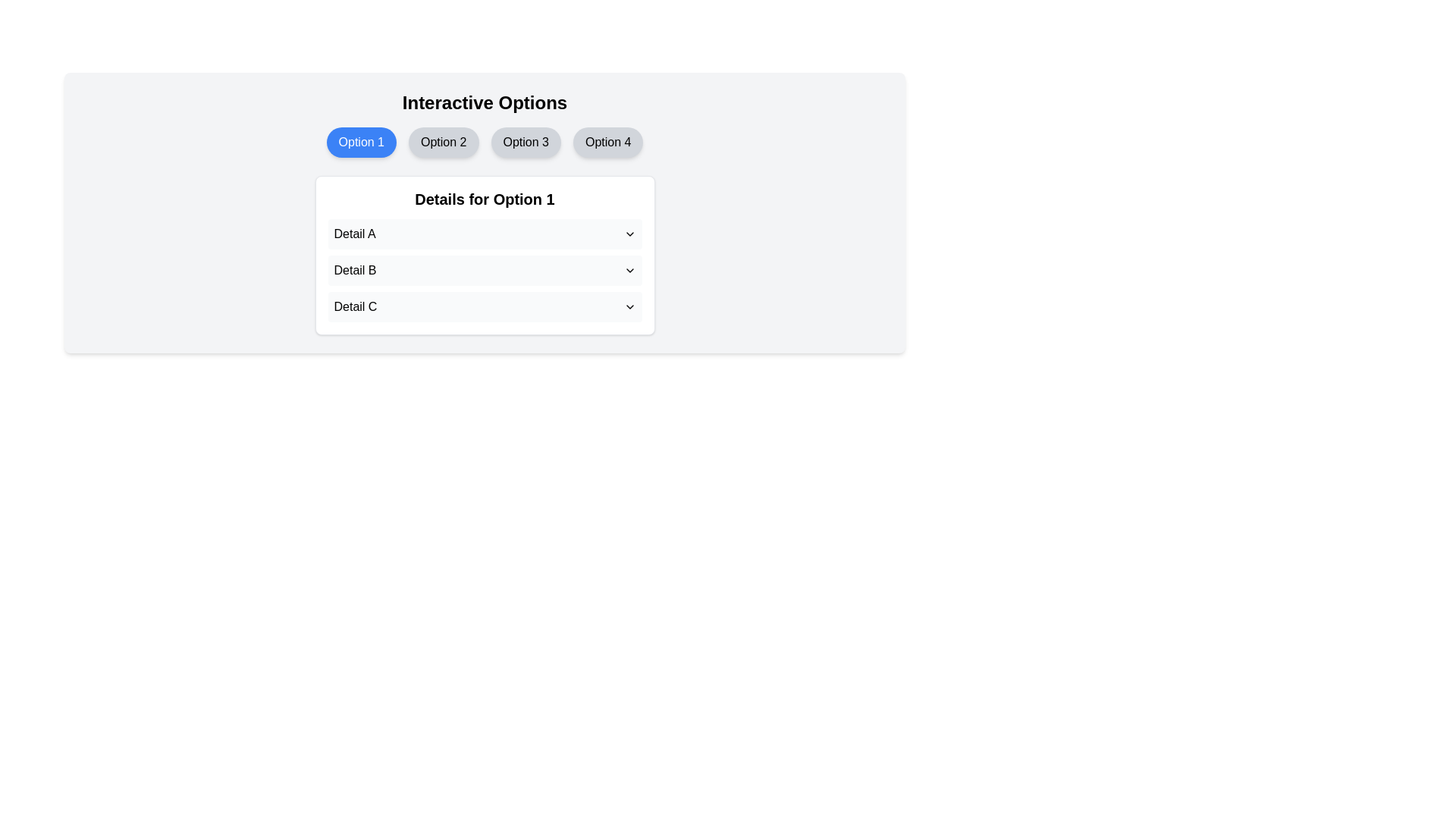 This screenshot has width=1456, height=819. What do you see at coordinates (354, 234) in the screenshot?
I see `the static text label located in the 'Details for Option 1' section, which is the first line of text above 'Detail B' and 'Detail C'` at bounding box center [354, 234].